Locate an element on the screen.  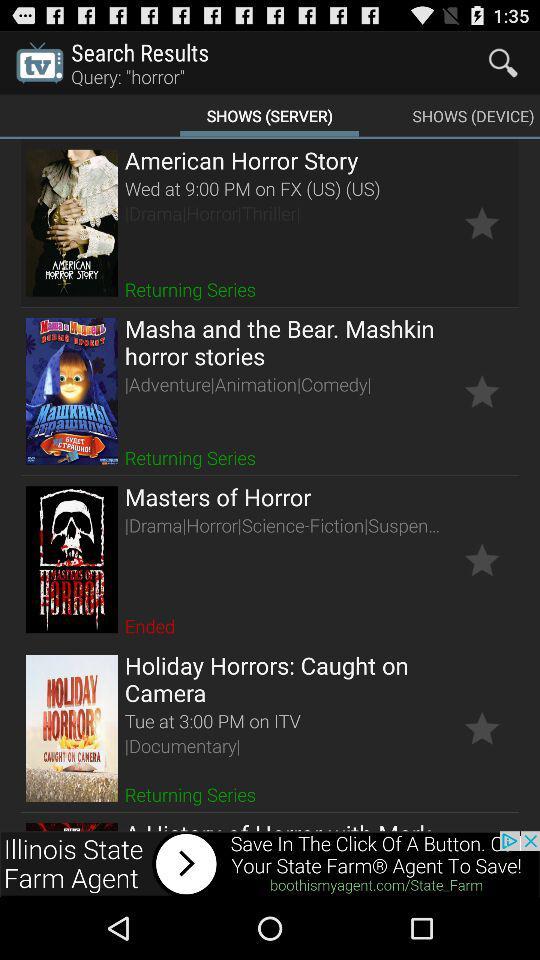
setings option is located at coordinates (481, 727).